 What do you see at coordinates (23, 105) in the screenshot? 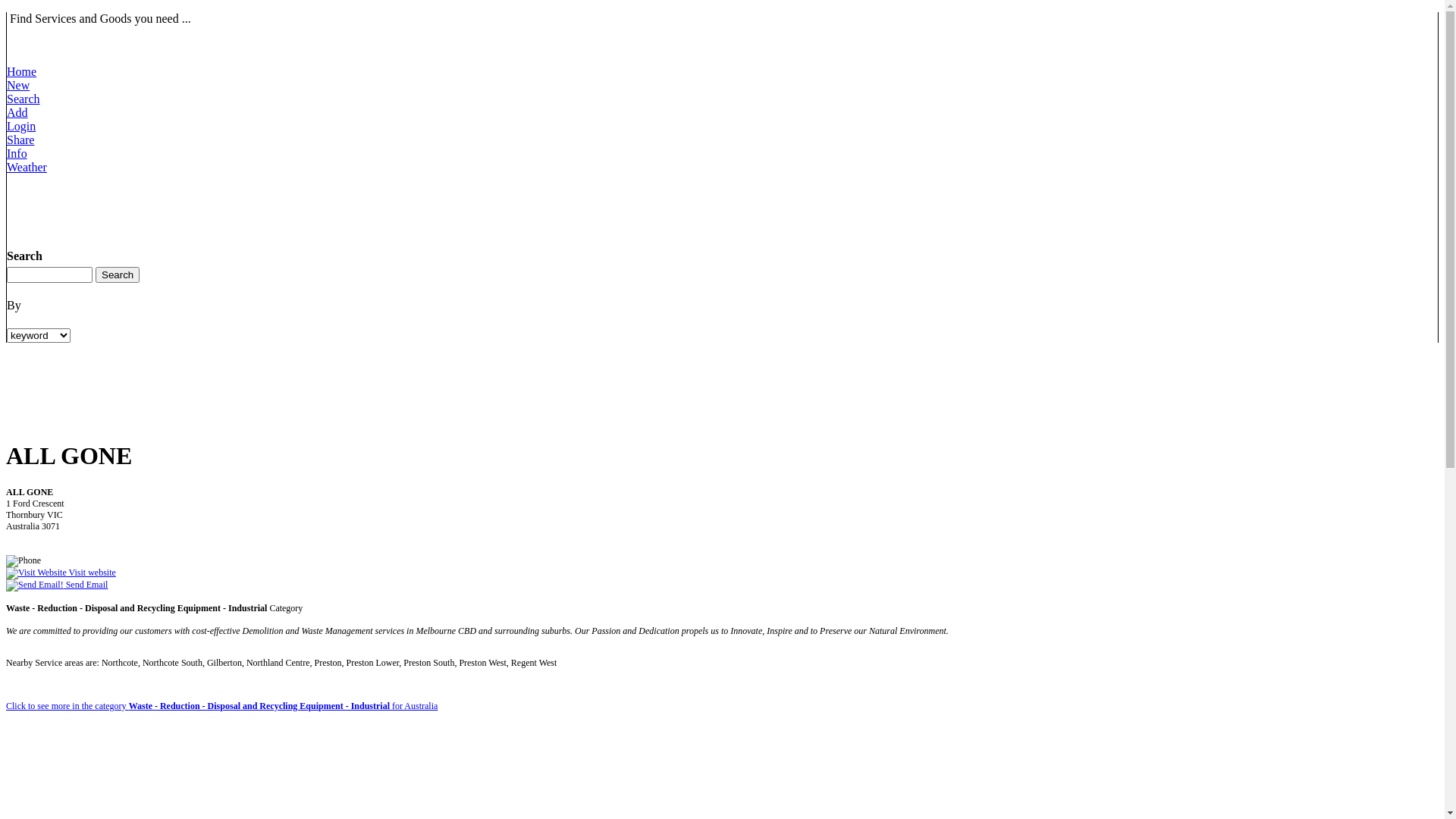
I see `'Search'` at bounding box center [23, 105].